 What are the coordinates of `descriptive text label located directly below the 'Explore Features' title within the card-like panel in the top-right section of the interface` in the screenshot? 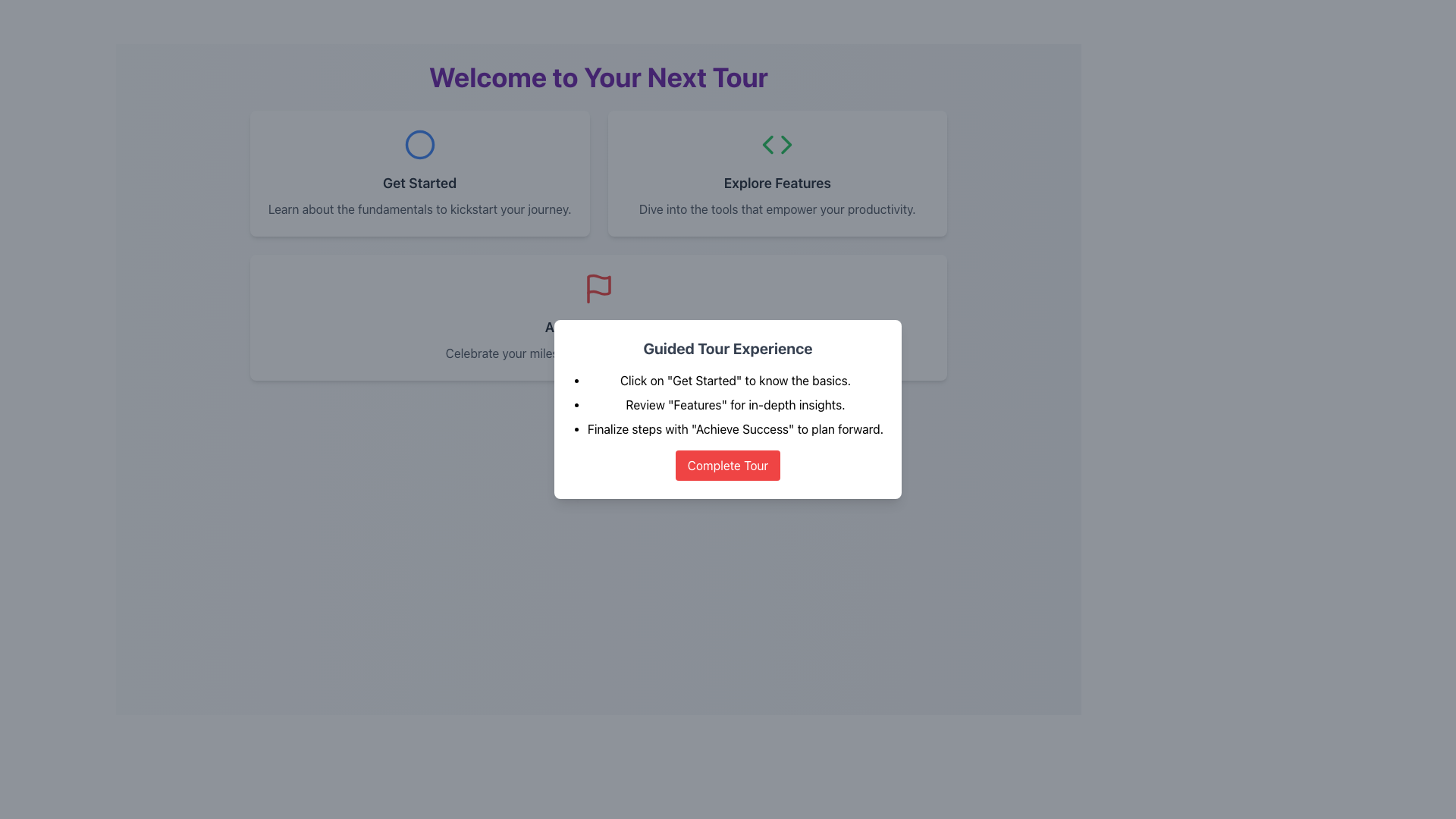 It's located at (777, 209).